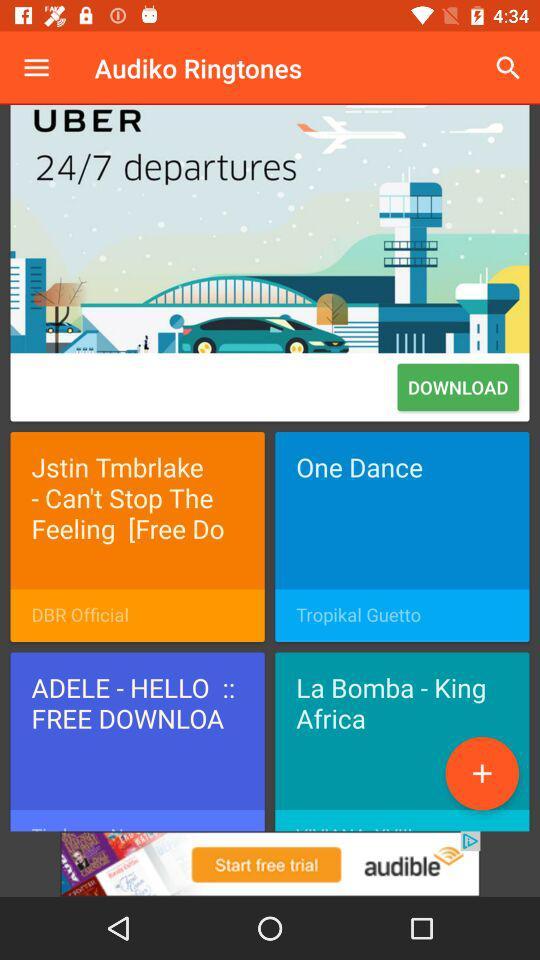 This screenshot has width=540, height=960. Describe the element at coordinates (481, 772) in the screenshot. I see `the add icon` at that location.